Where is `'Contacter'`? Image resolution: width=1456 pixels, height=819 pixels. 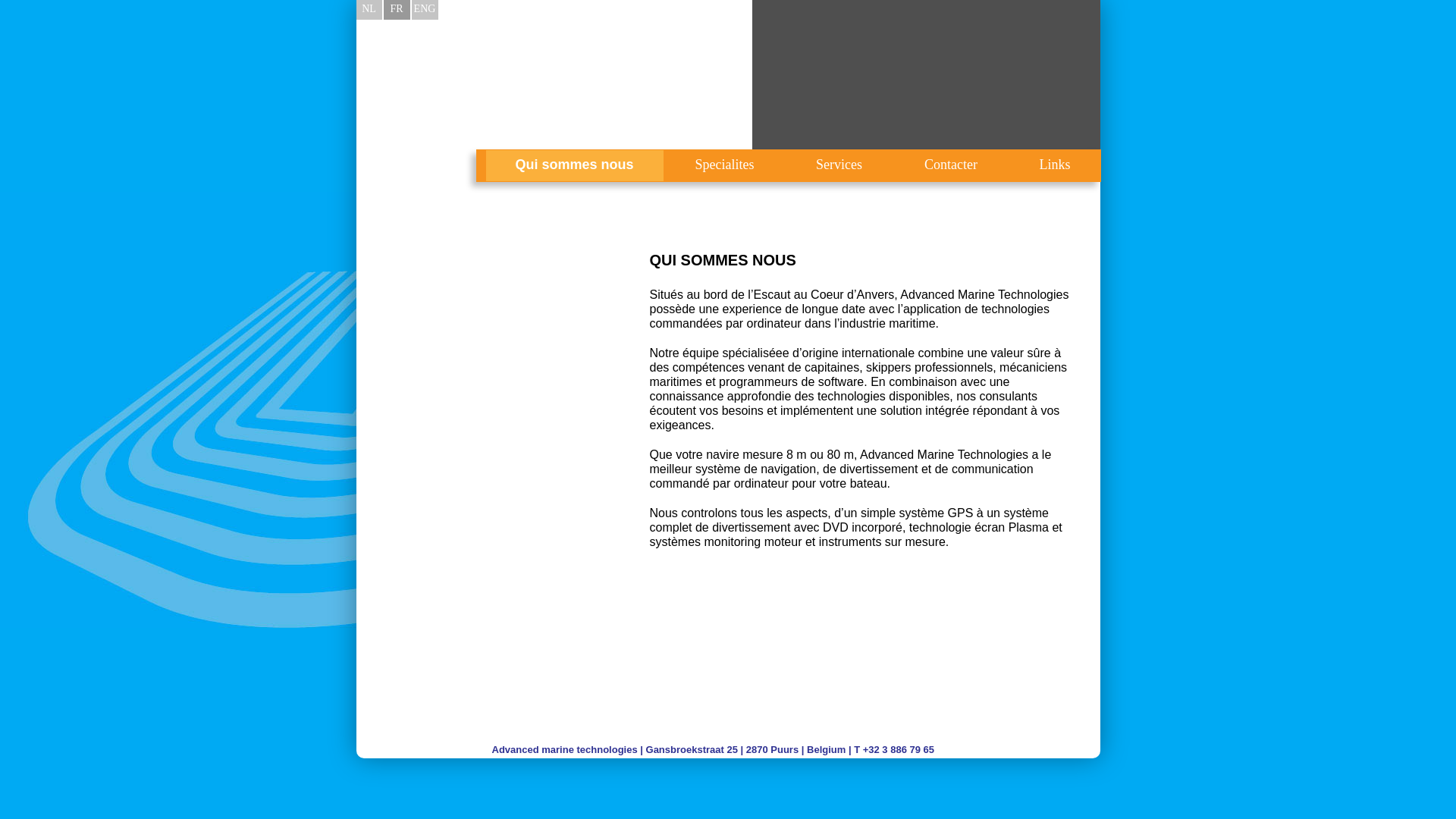
'Contacter' is located at coordinates (949, 165).